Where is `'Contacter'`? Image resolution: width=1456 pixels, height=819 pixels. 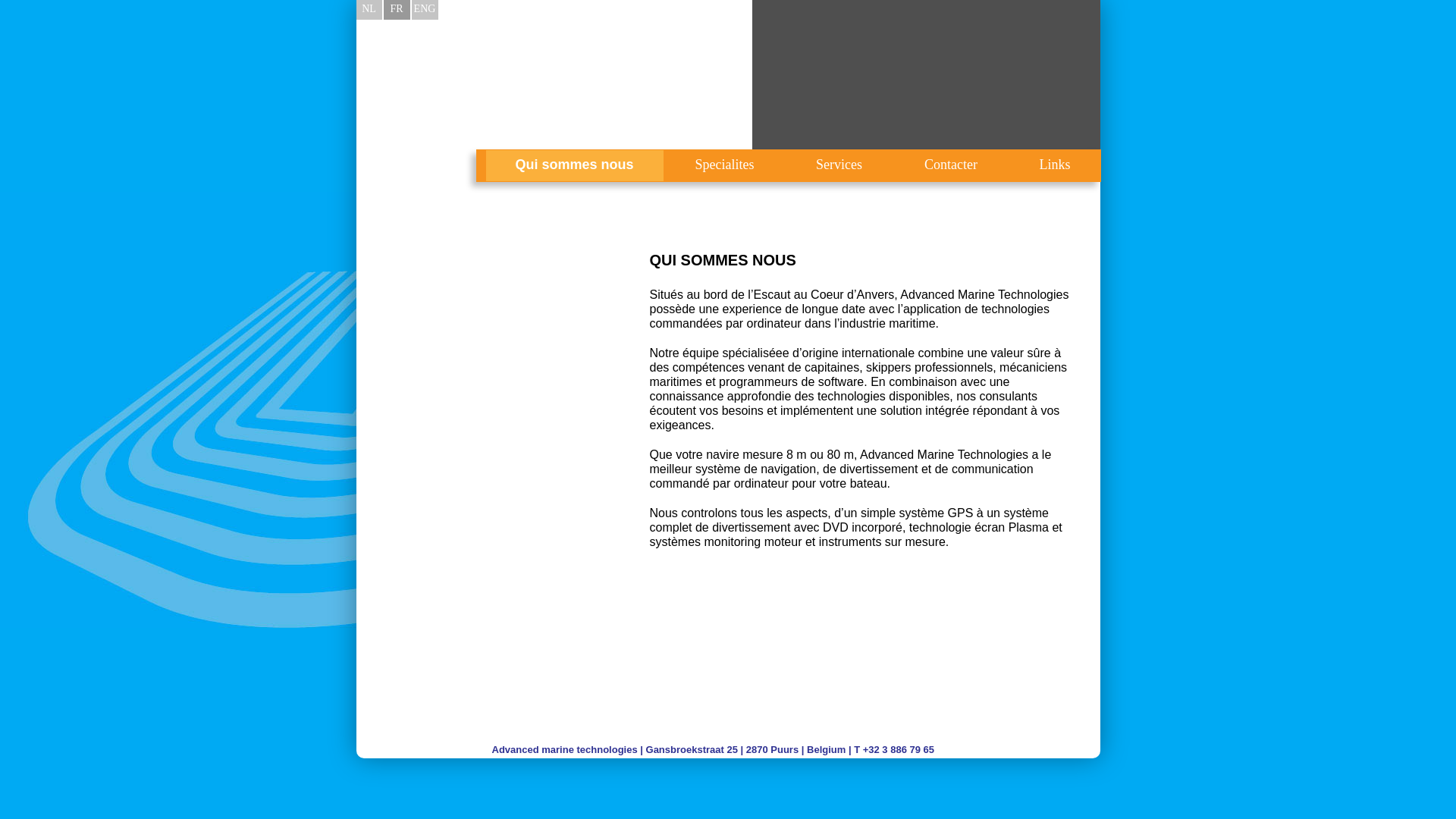
'Contacter' is located at coordinates (949, 165).